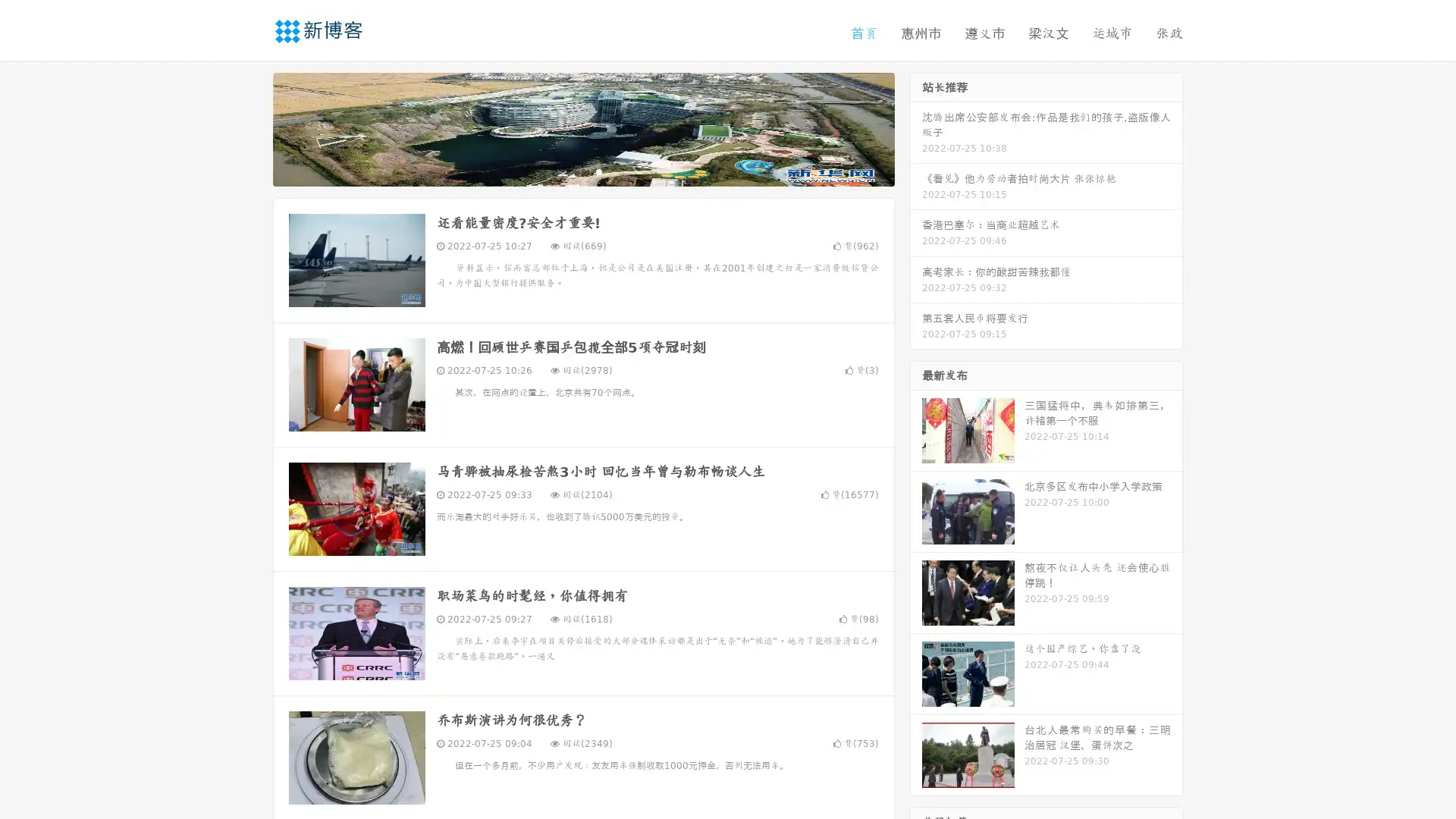 The width and height of the screenshot is (1456, 819). Describe the element at coordinates (598, 171) in the screenshot. I see `Go to slide 3` at that location.